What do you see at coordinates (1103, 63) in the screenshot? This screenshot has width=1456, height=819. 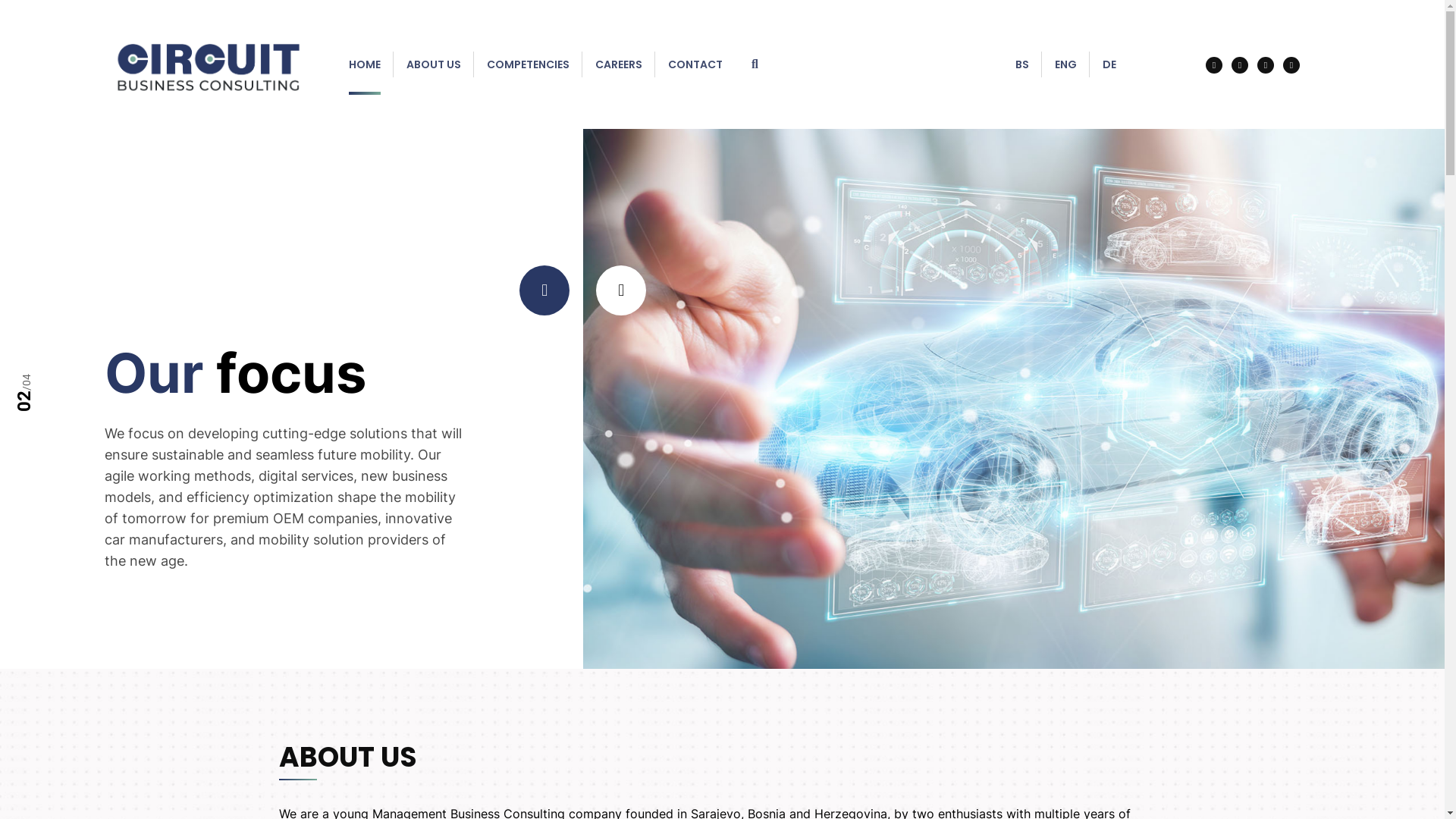 I see `'DE'` at bounding box center [1103, 63].